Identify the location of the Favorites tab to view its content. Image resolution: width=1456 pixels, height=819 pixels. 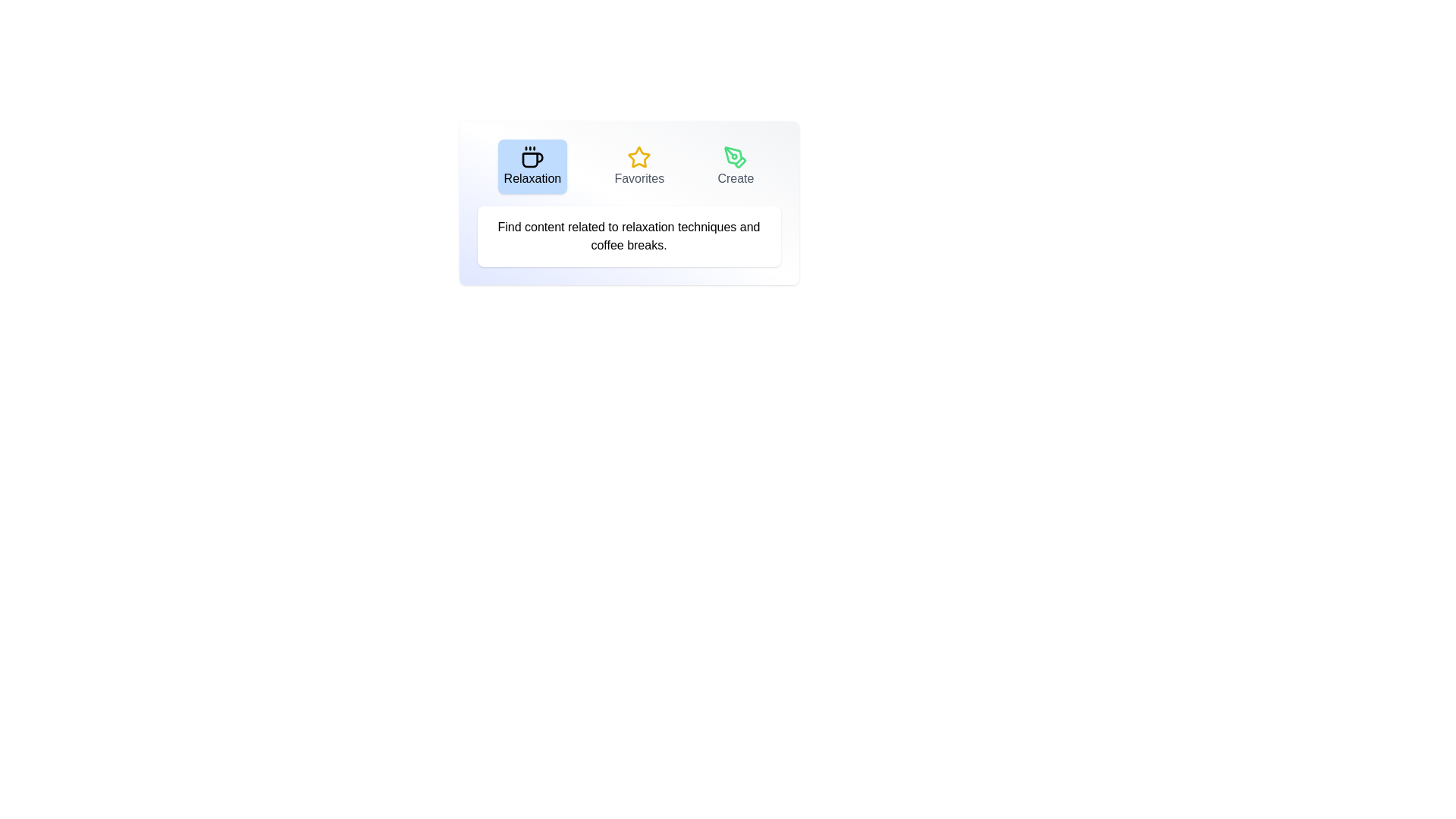
(639, 166).